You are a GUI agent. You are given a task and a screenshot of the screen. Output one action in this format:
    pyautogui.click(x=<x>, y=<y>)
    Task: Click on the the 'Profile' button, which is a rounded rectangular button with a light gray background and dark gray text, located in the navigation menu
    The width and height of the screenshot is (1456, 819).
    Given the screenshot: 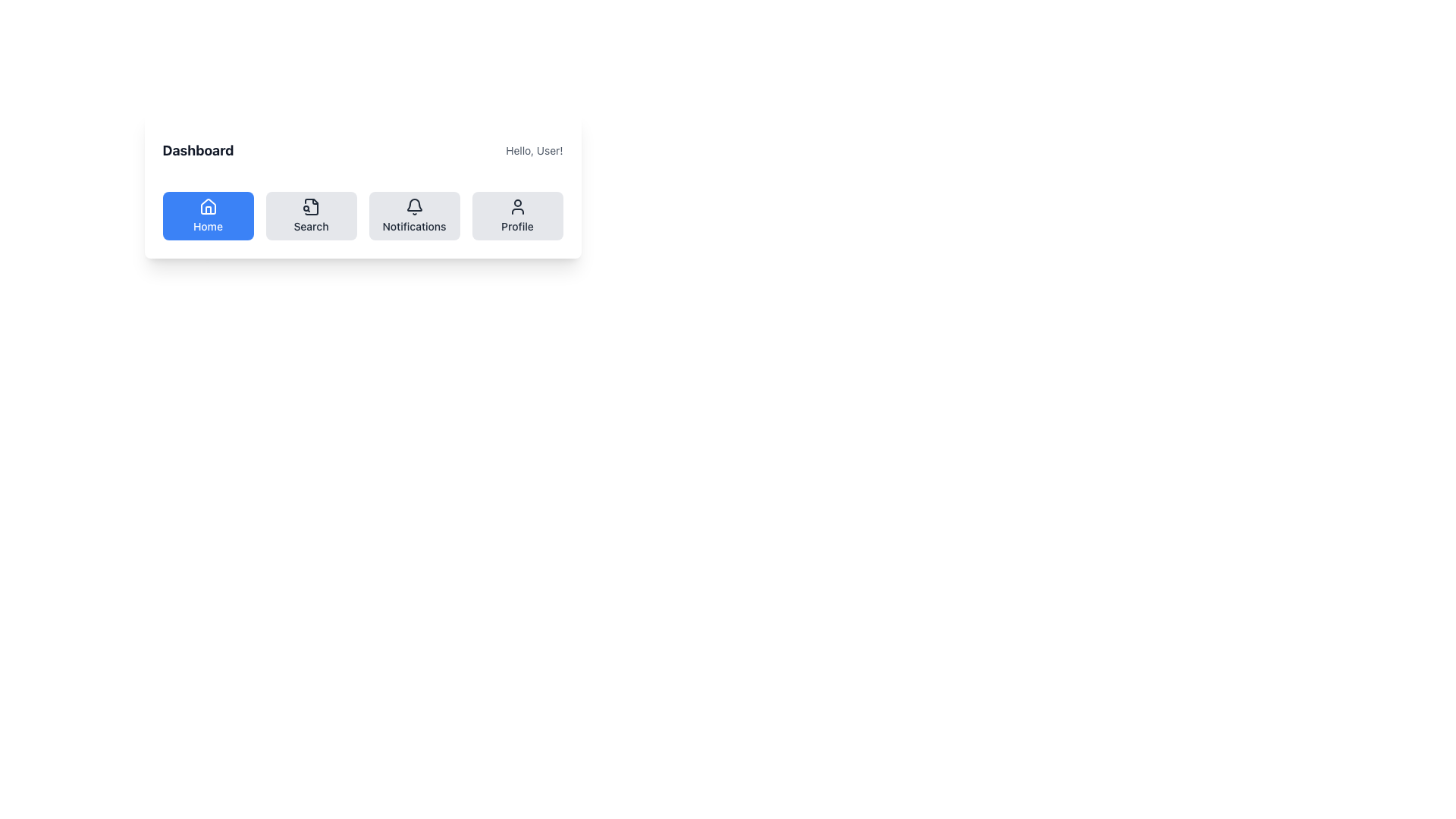 What is the action you would take?
    pyautogui.click(x=517, y=216)
    